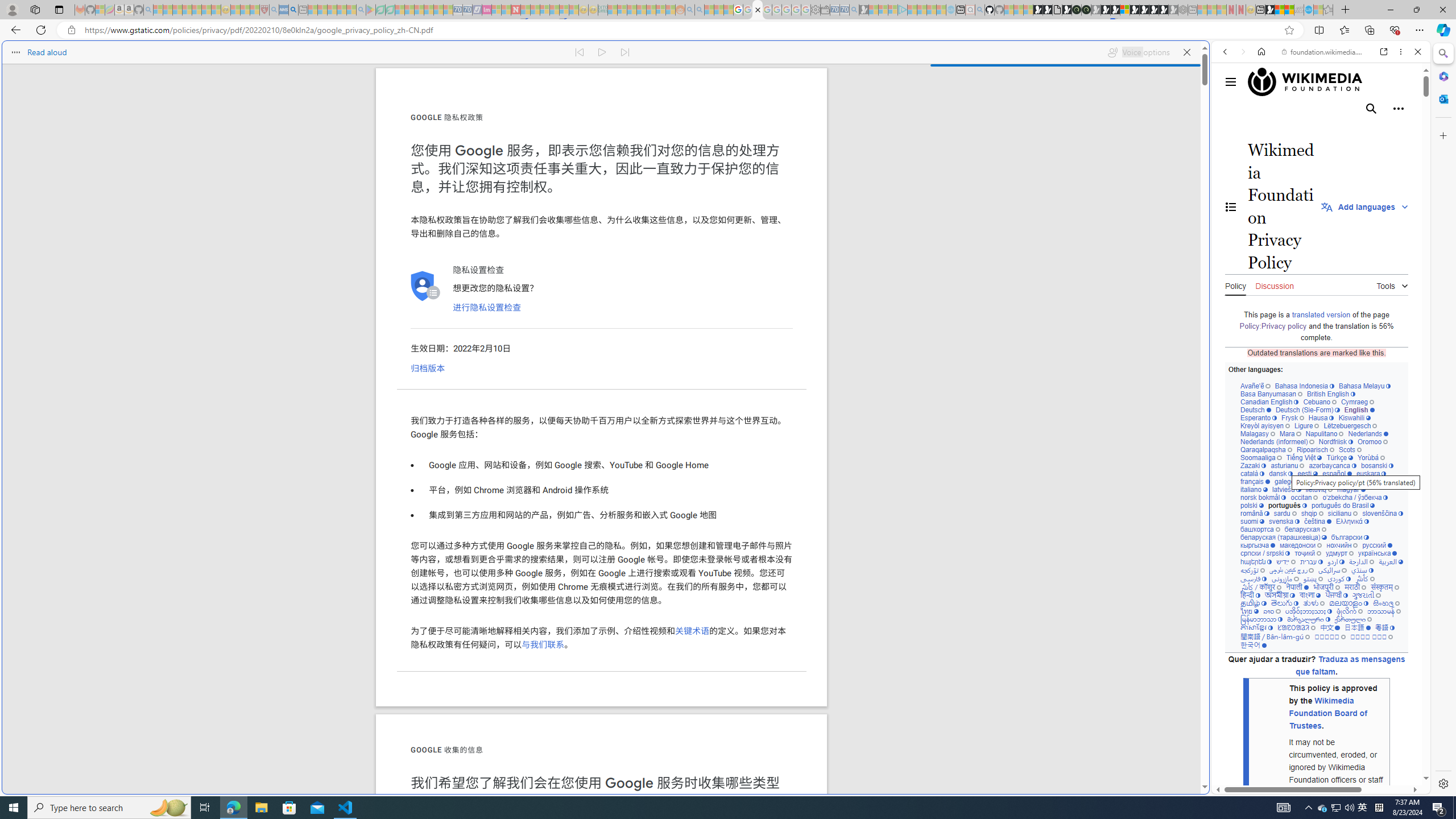 This screenshot has height=819, width=1456. I want to click on 'Ripoarisch', so click(1314, 449).